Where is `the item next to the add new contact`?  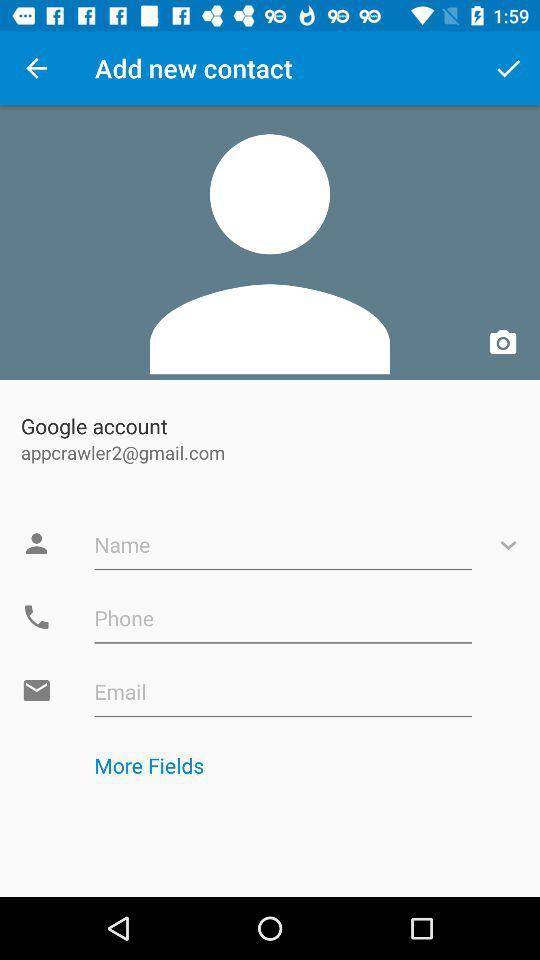 the item next to the add new contact is located at coordinates (508, 68).